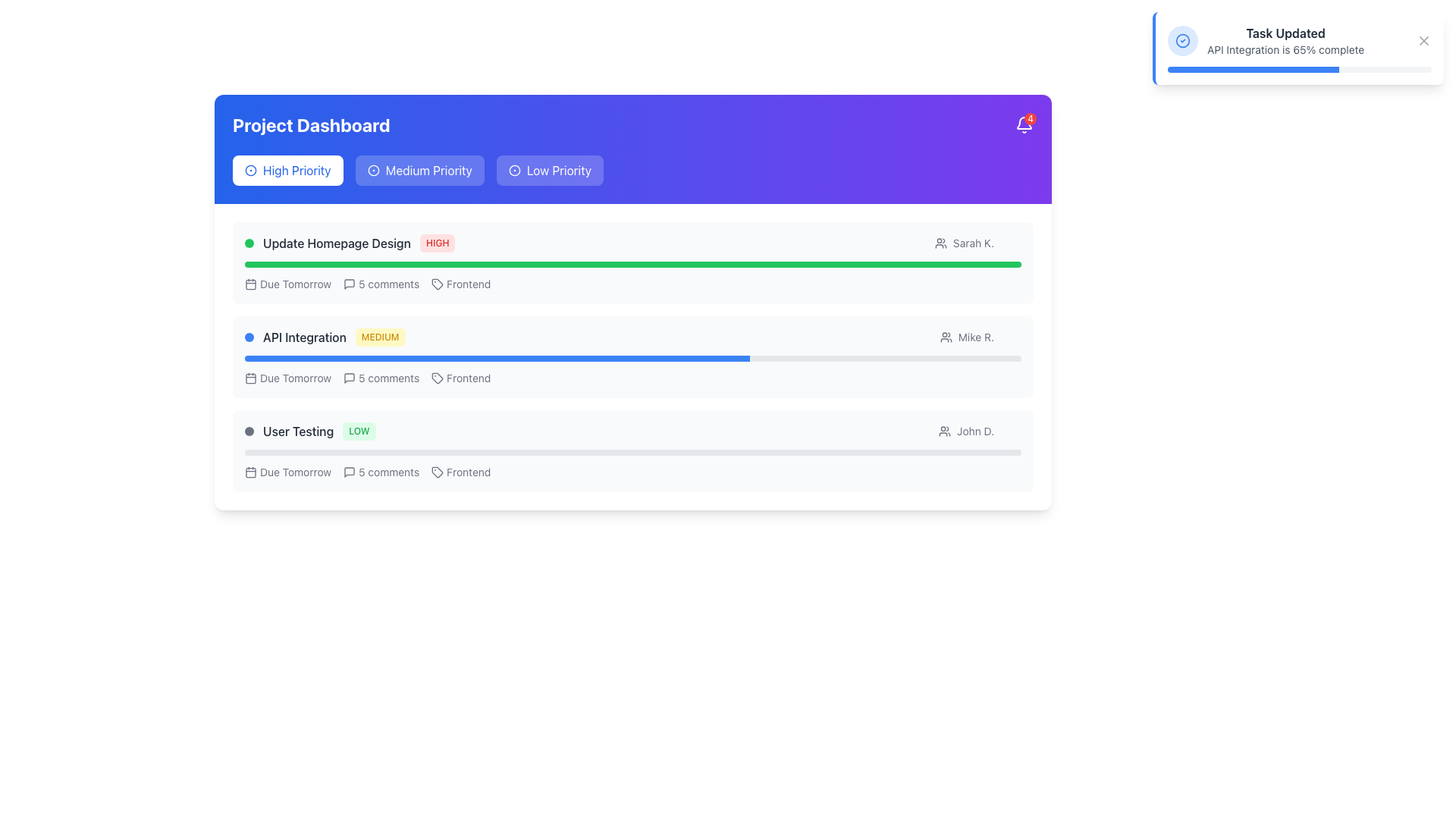 The image size is (1456, 819). Describe the element at coordinates (389, 472) in the screenshot. I see `the text label displaying '5 comments' located in the 'User Testing' section under 'Low Priority', positioned to the right of a speech bubble icon and to the left of the word 'Frontend'` at that location.